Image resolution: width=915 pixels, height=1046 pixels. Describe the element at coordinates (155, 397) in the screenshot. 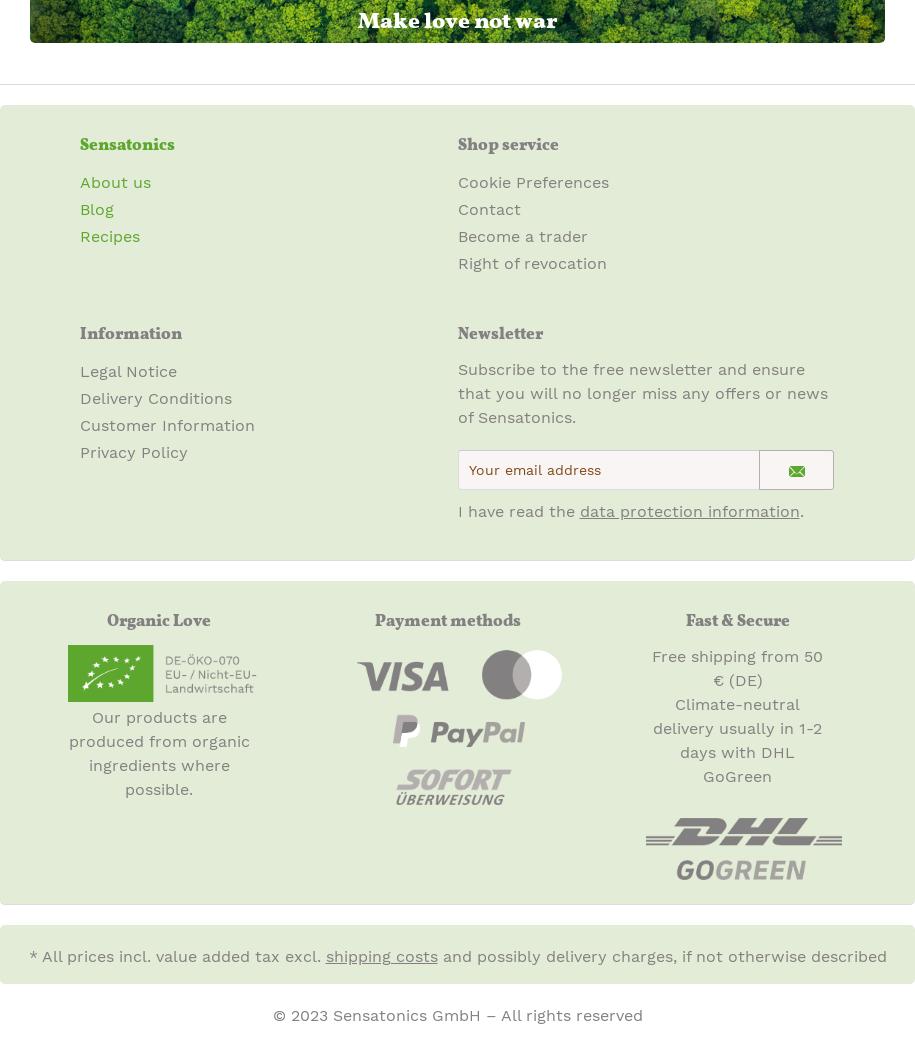

I see `'Delivery Conditions'` at that location.